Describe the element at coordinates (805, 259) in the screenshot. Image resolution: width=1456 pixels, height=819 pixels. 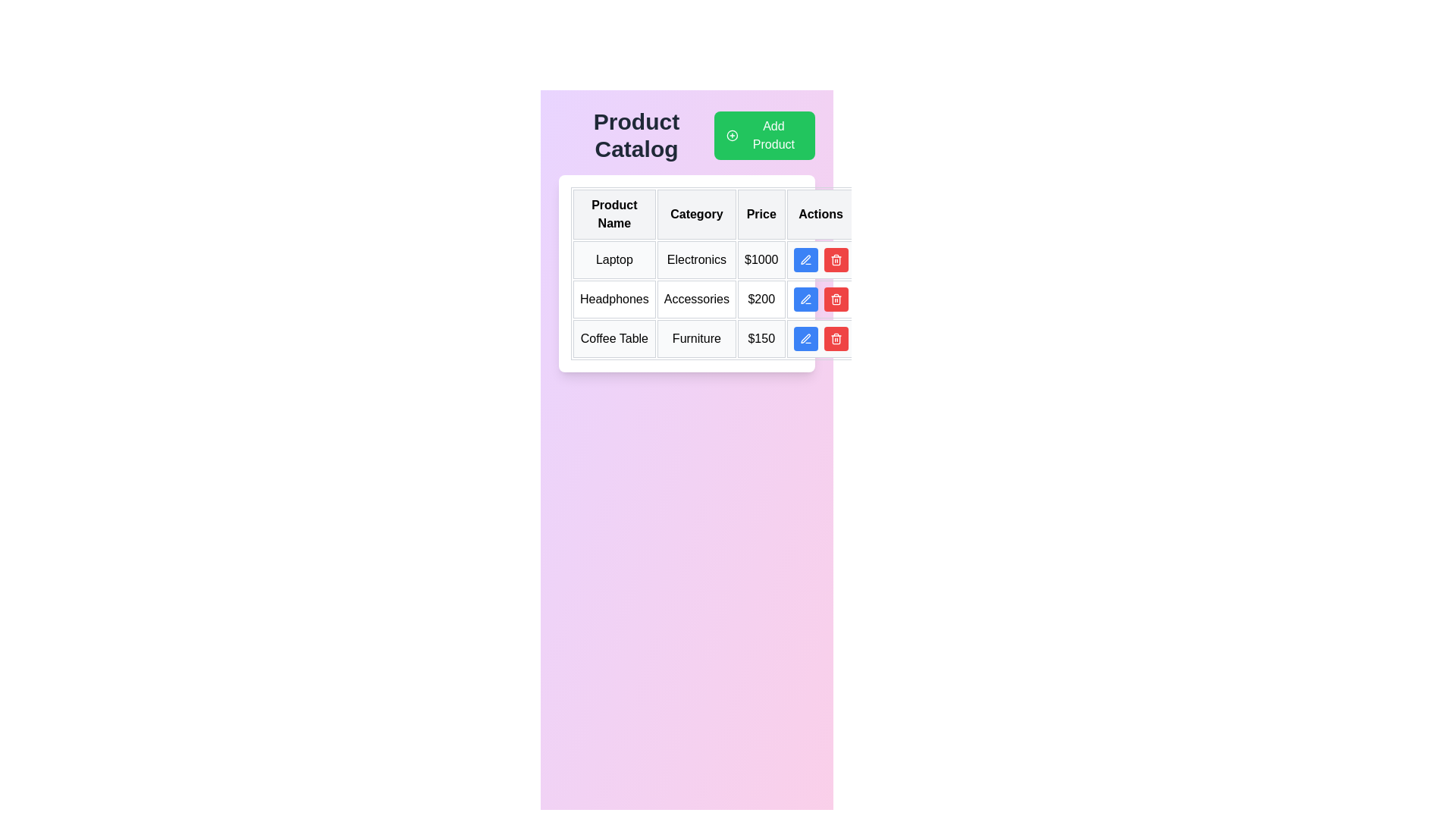
I see `the intense blue rounded rectangular button with a white pen icon located in the 'Actions' column of the first row in the product details table to initiate edit mode` at that location.